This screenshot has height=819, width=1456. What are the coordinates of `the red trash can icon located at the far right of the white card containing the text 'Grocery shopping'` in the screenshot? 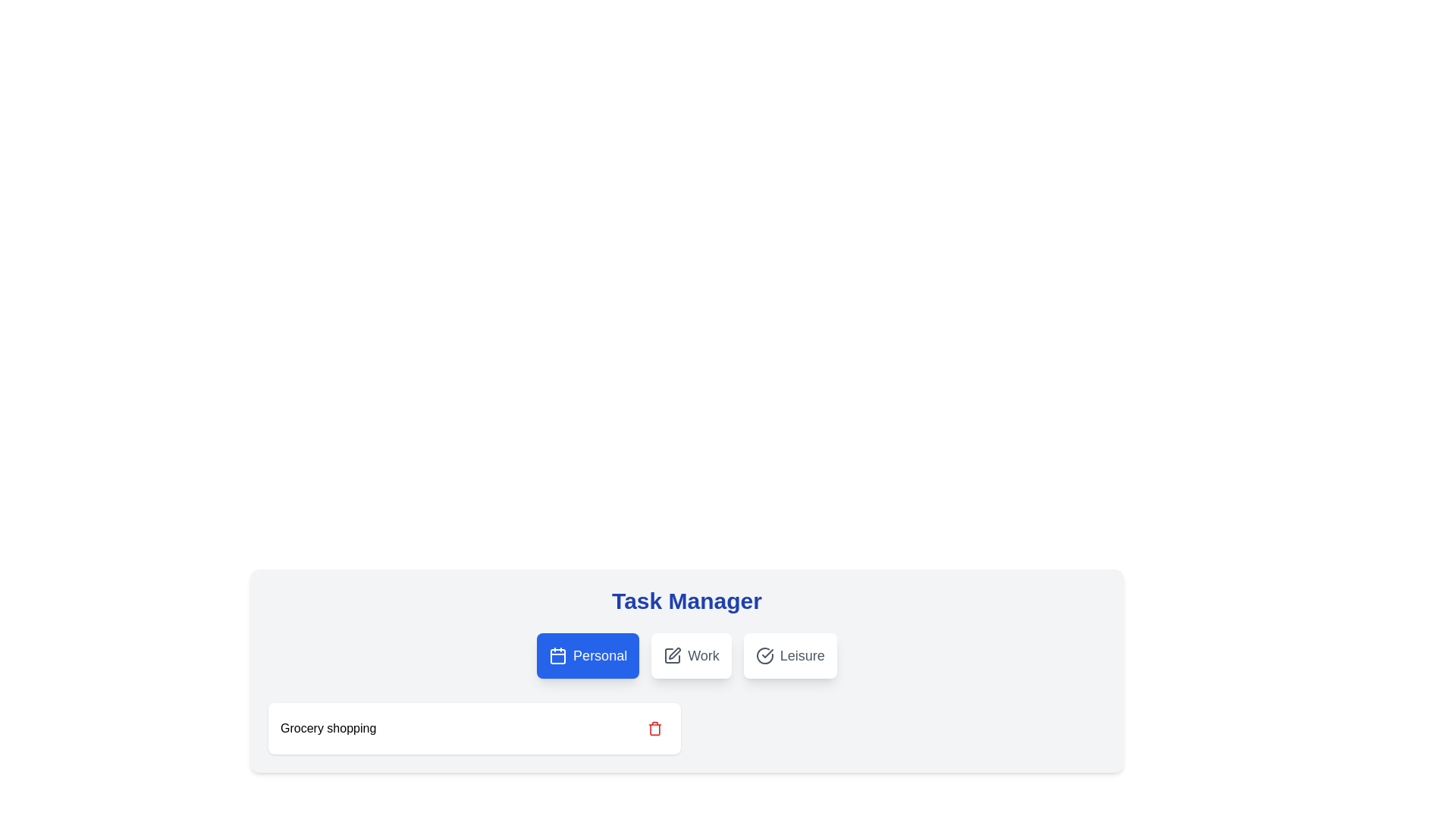 It's located at (655, 727).